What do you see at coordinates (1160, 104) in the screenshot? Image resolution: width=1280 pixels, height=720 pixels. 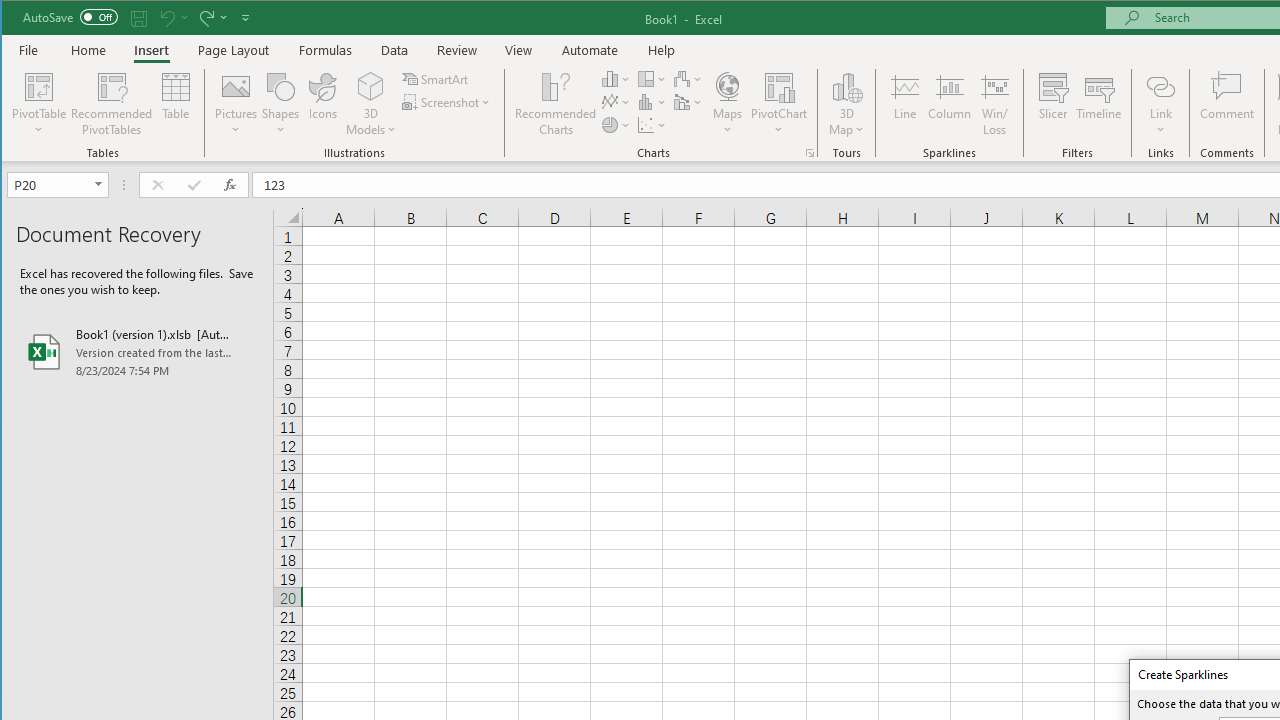 I see `'Link'` at bounding box center [1160, 104].